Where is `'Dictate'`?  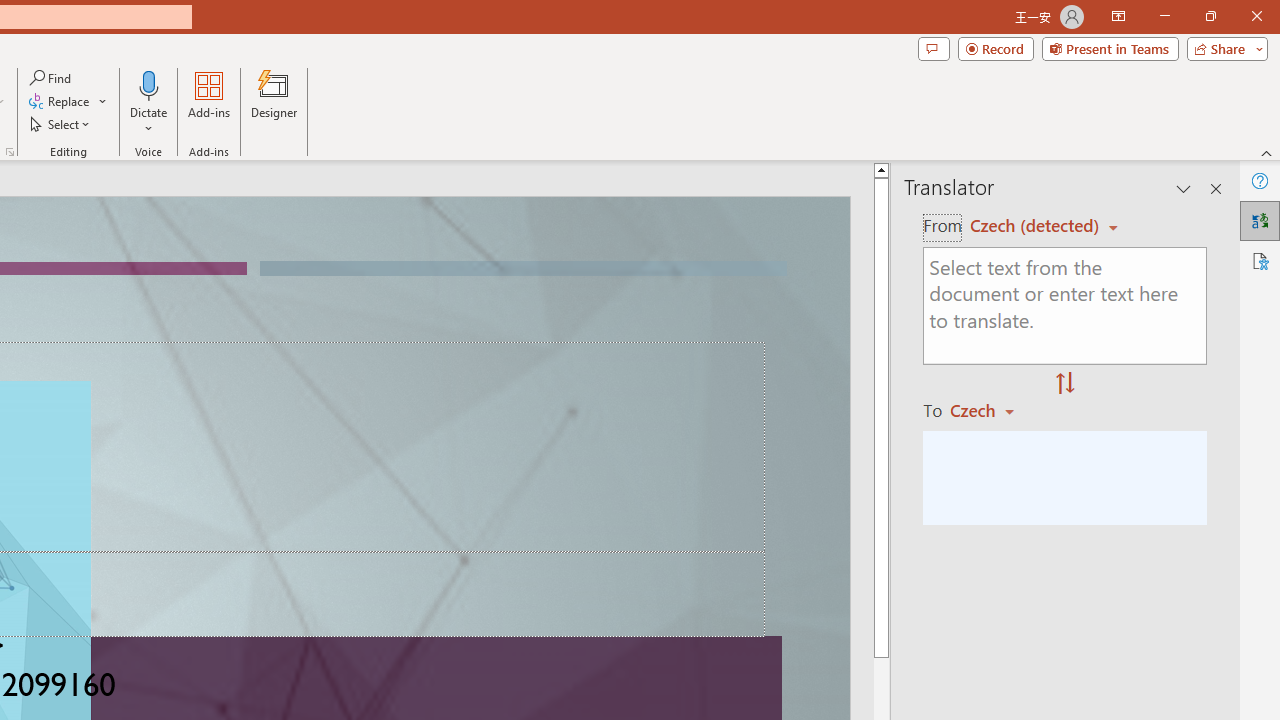 'Dictate' is located at coordinates (148, 103).